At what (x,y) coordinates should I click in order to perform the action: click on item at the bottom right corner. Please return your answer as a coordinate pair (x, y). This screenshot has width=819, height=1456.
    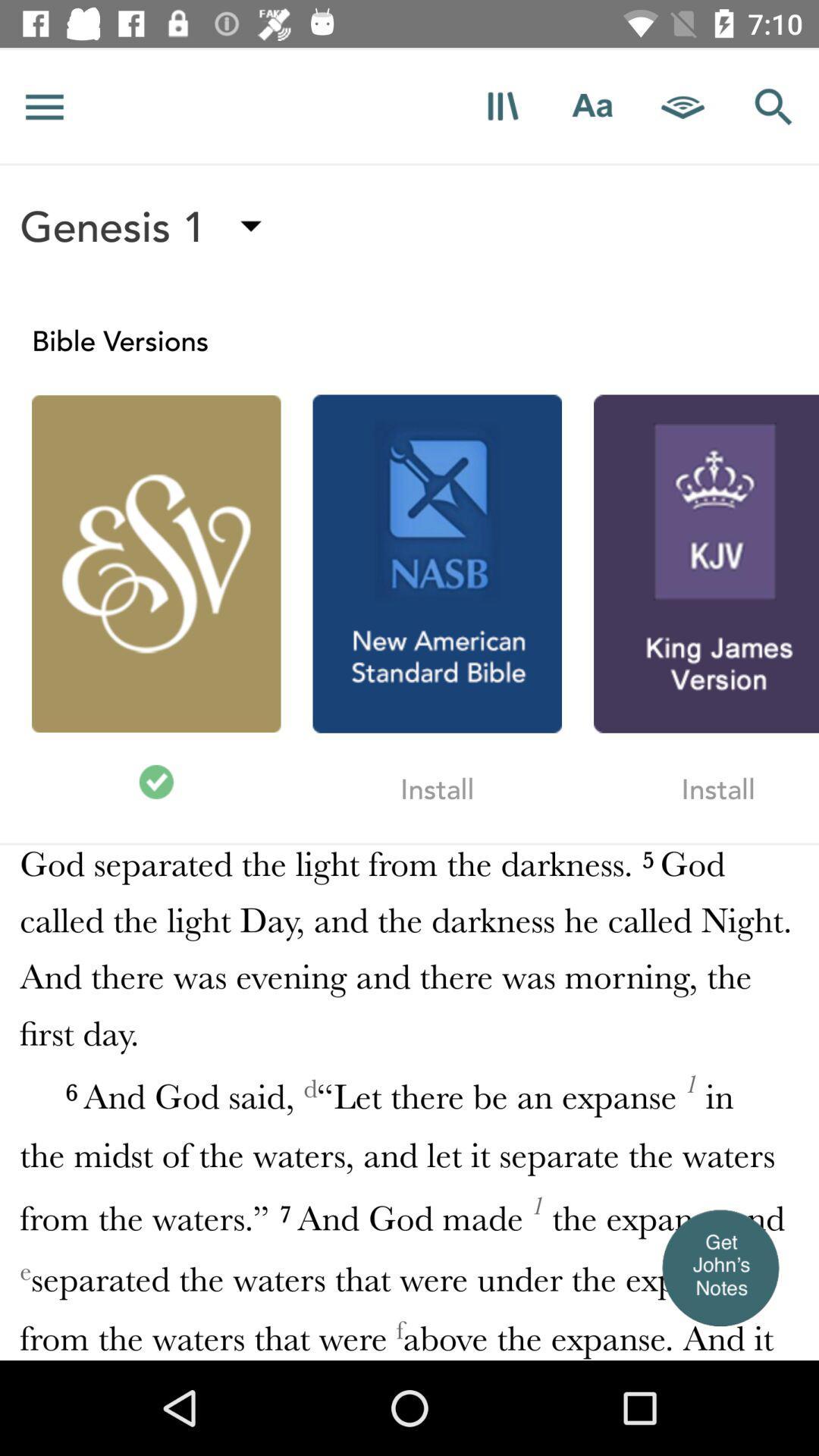
    Looking at the image, I should click on (719, 1267).